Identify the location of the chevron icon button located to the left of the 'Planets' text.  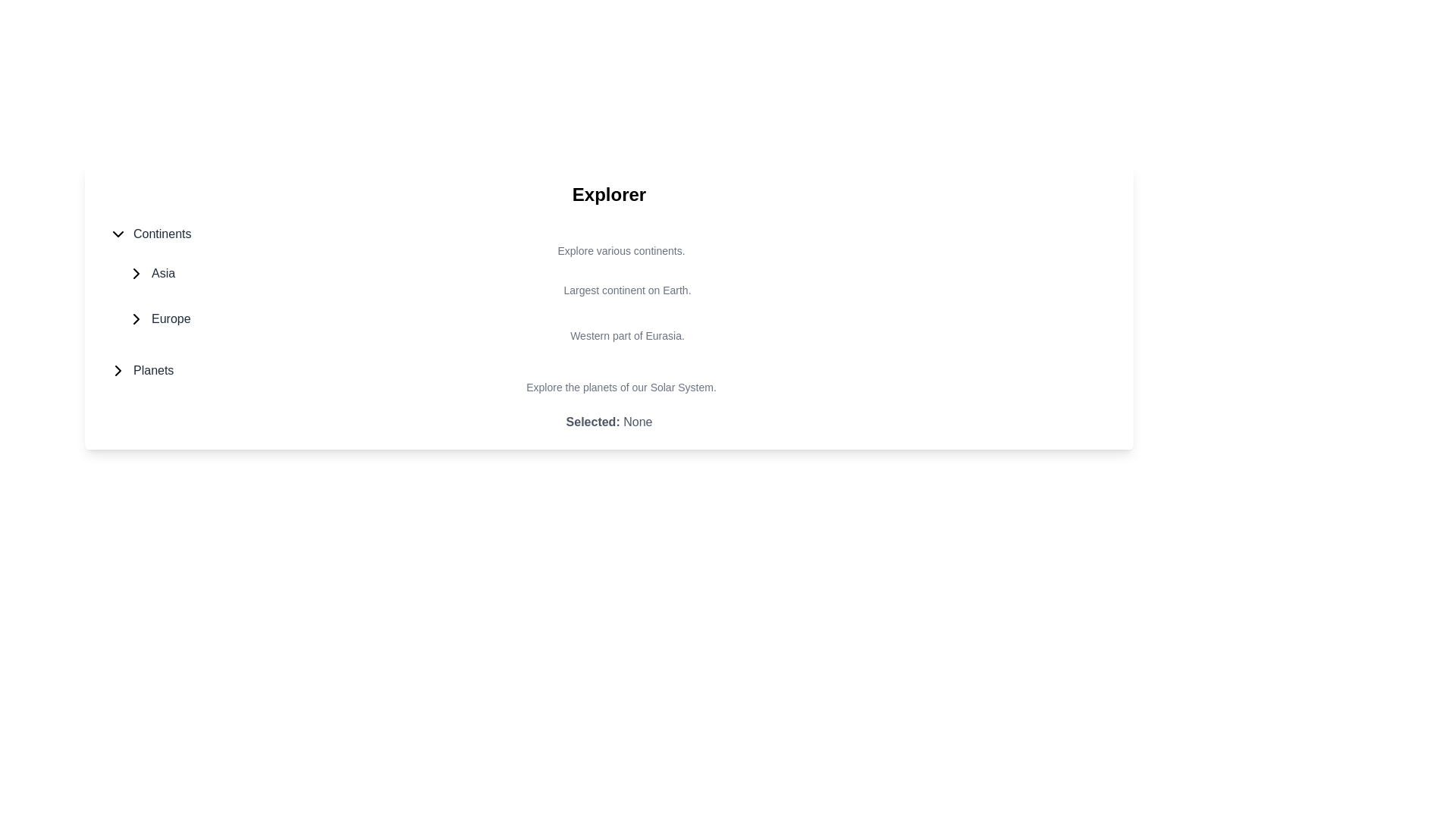
(118, 371).